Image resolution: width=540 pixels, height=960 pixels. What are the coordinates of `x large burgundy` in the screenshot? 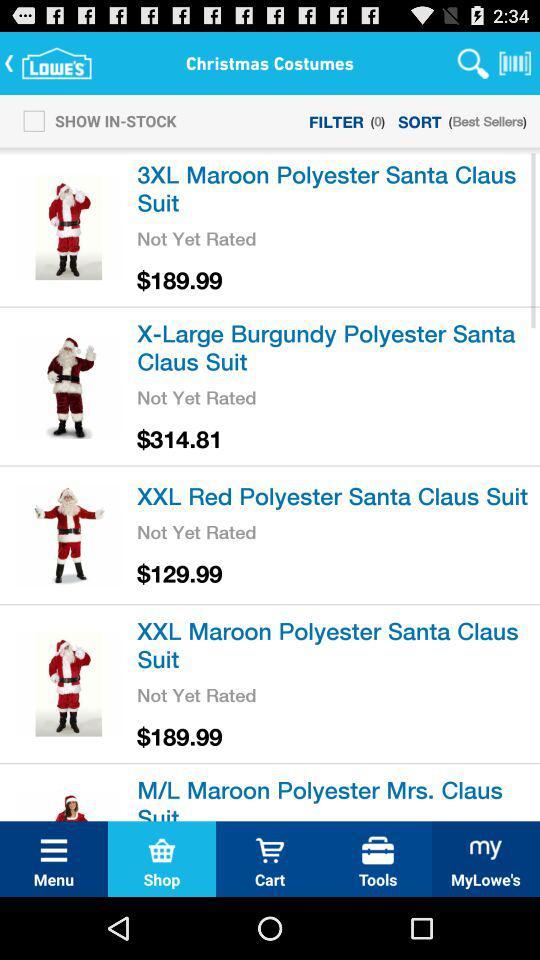 It's located at (335, 346).